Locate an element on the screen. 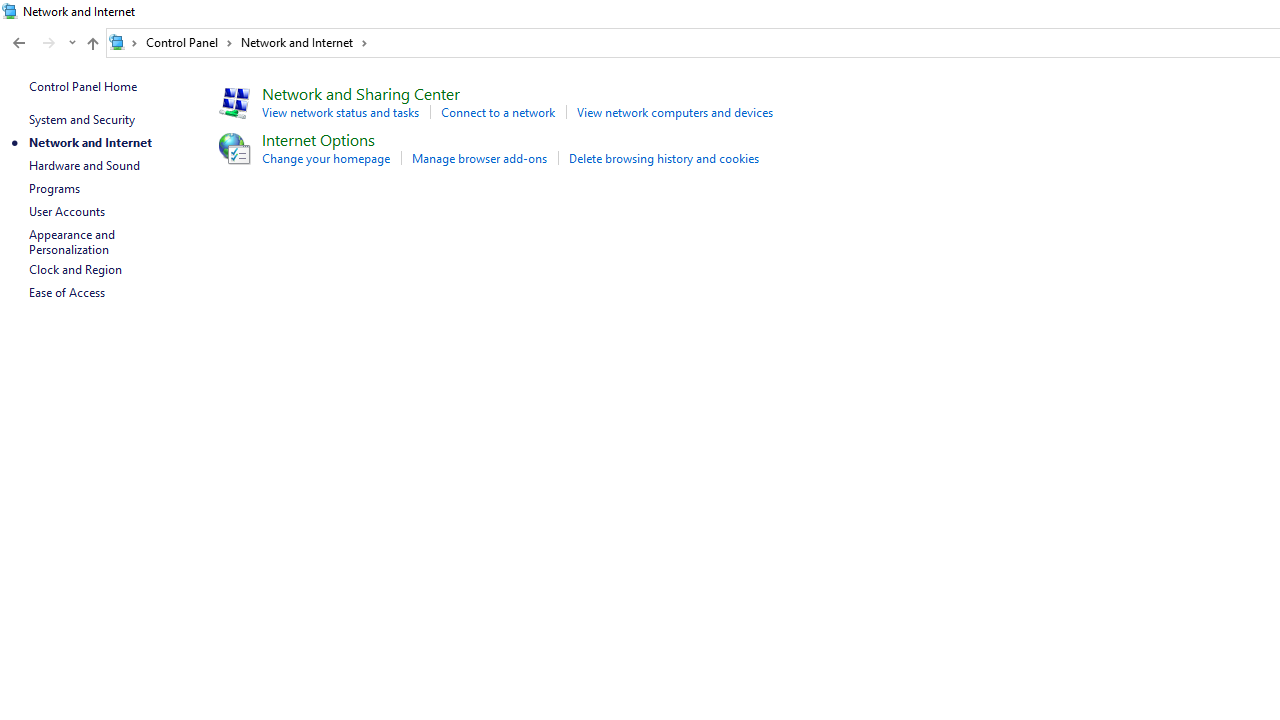  'Forward (Alt + Right Arrow)' is located at coordinates (49, 43).